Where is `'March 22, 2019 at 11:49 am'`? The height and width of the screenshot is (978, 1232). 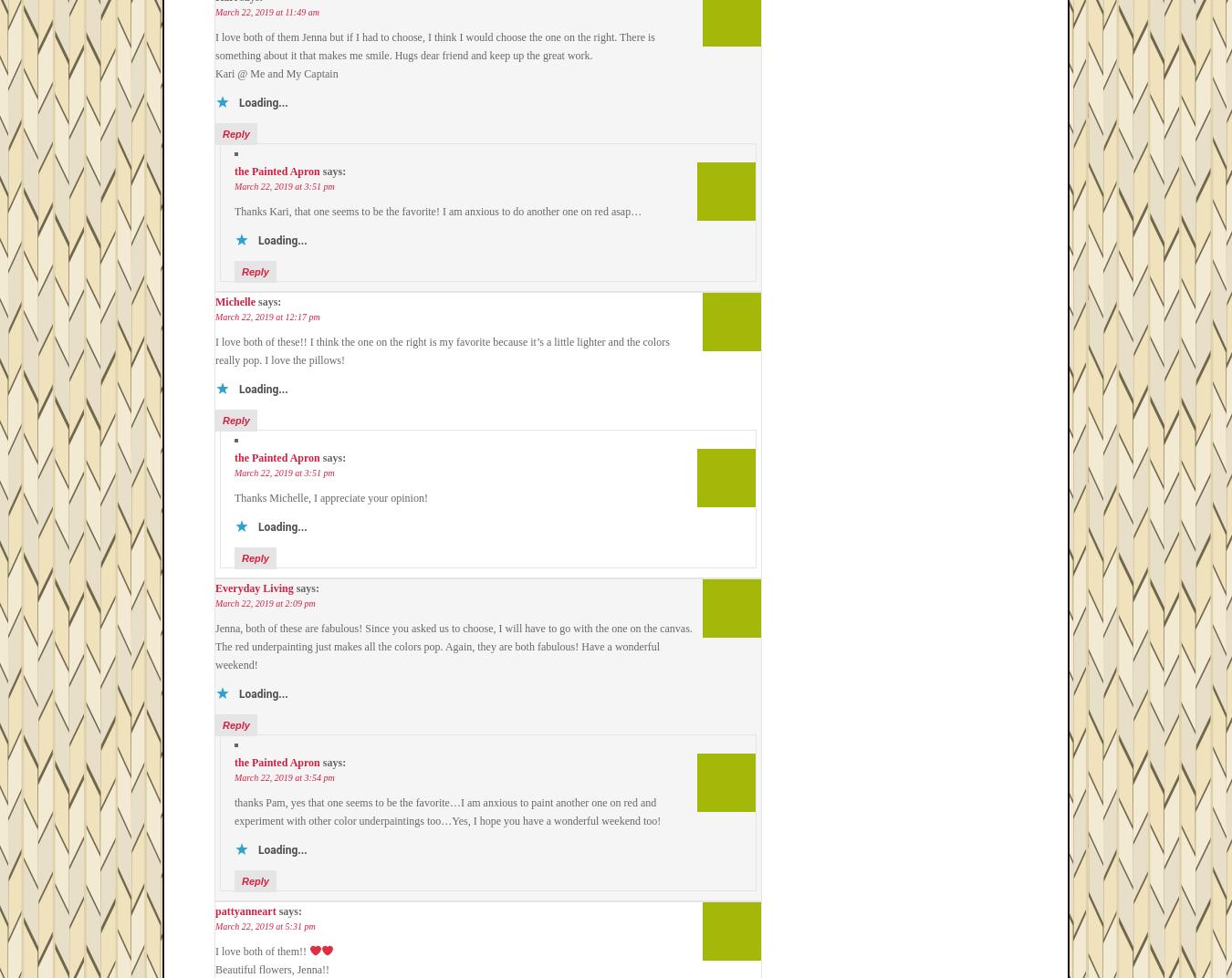 'March 22, 2019 at 11:49 am' is located at coordinates (266, 11).